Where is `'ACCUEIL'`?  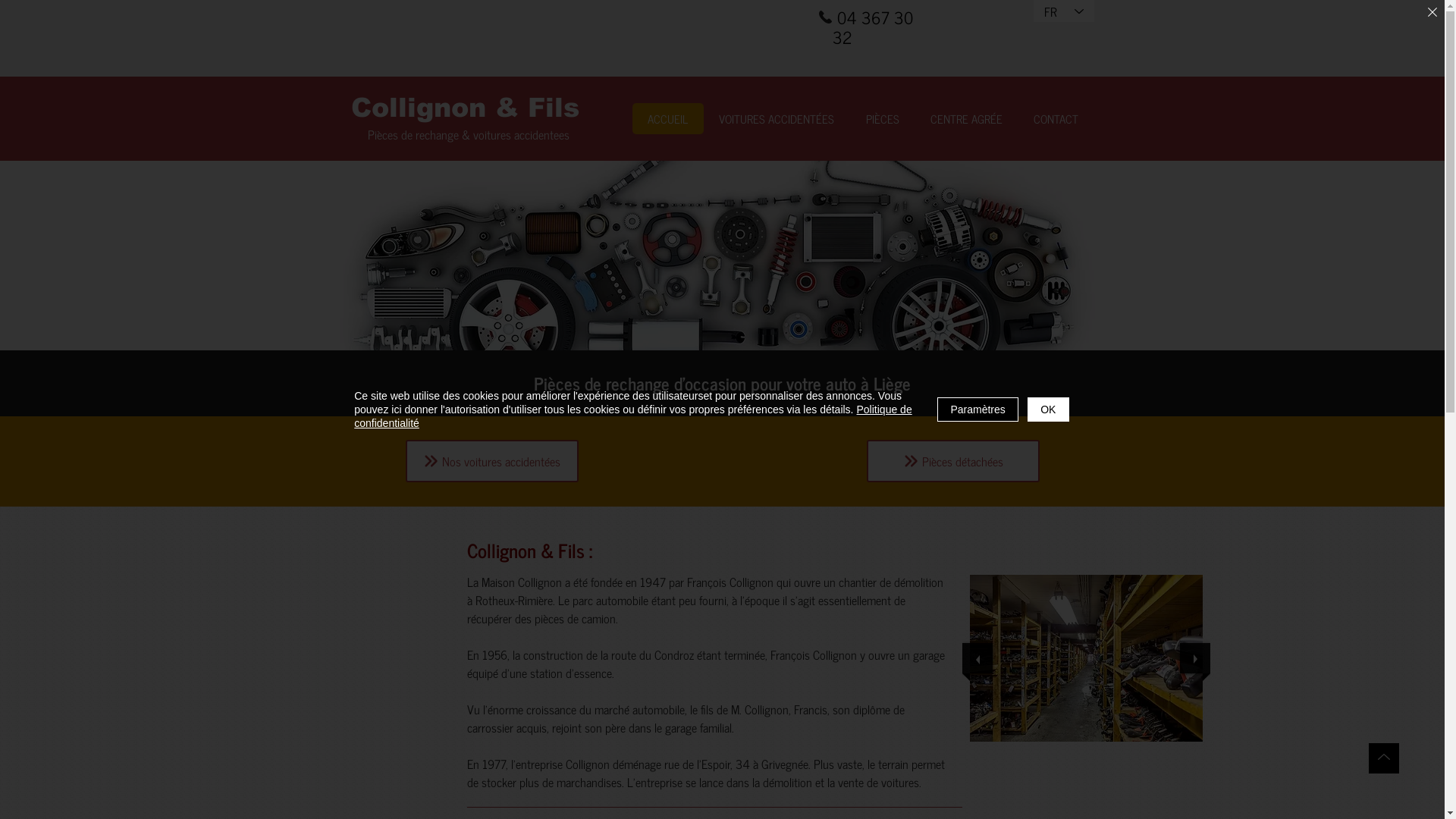
'ACCUEIL' is located at coordinates (667, 118).